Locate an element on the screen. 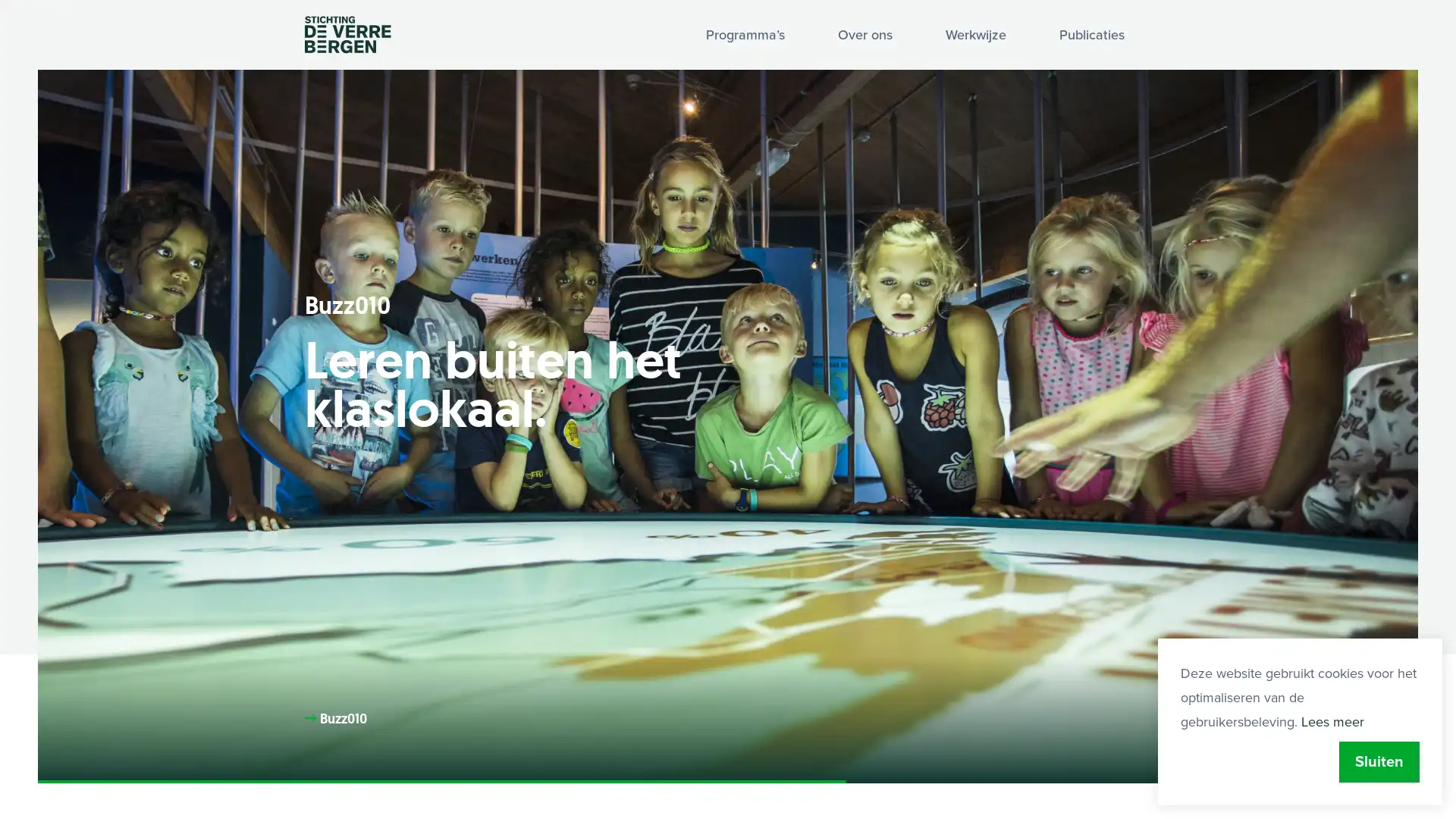  dismiss cookie message is located at coordinates (1379, 762).